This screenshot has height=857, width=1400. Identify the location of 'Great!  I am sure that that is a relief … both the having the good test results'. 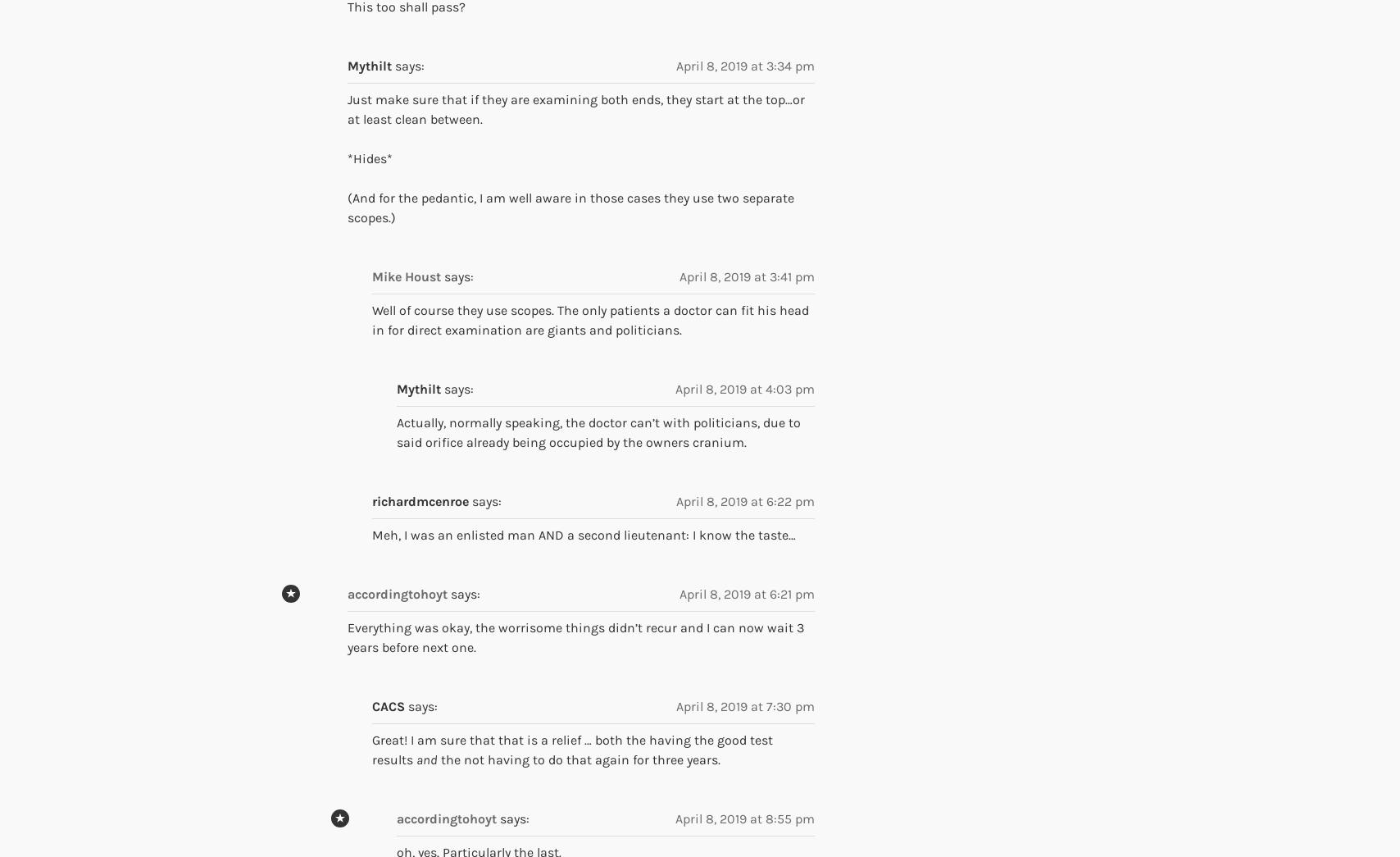
(572, 749).